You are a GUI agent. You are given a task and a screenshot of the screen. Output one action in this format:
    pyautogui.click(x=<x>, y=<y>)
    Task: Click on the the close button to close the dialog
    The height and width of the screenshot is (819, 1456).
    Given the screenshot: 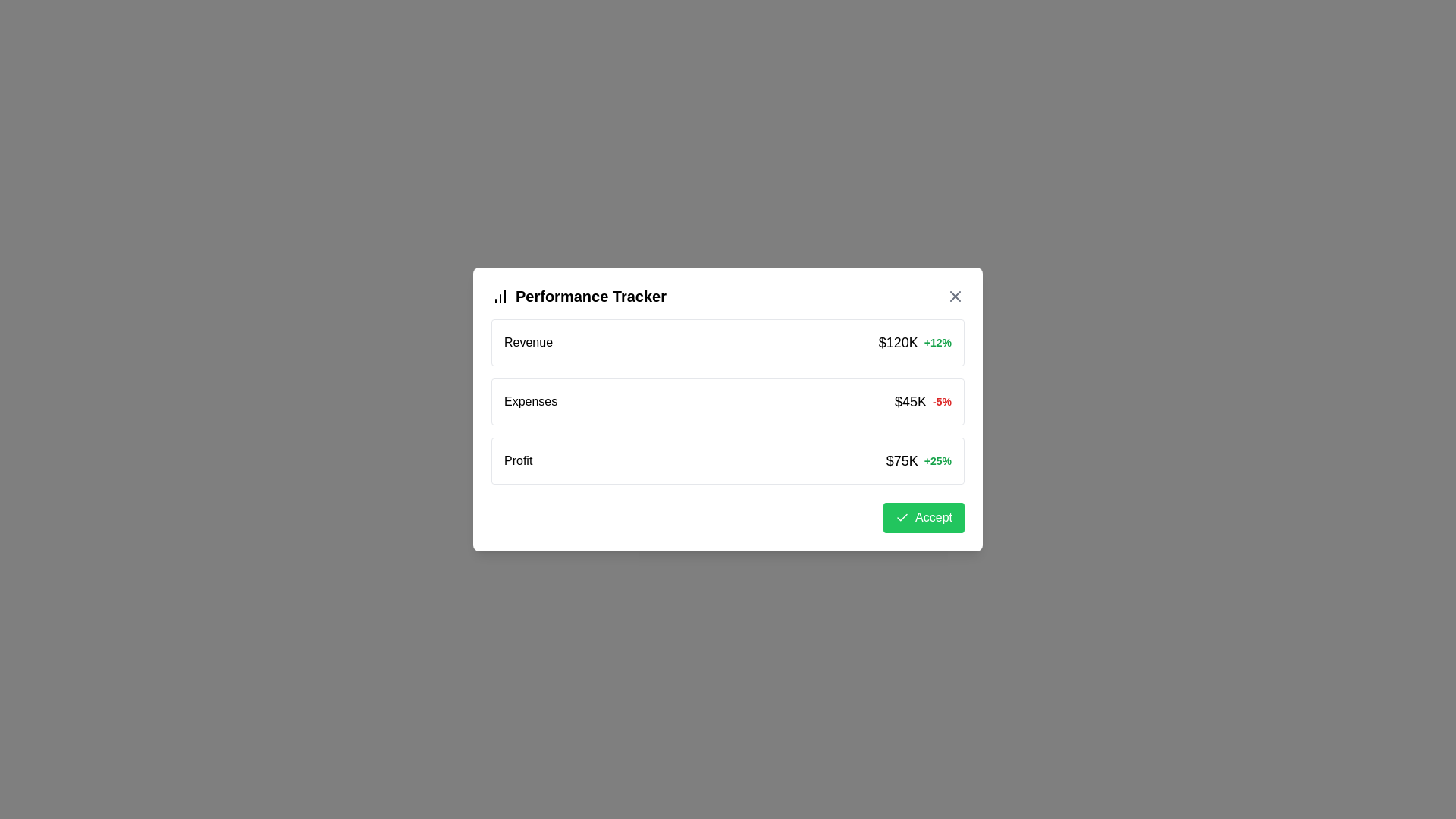 What is the action you would take?
    pyautogui.click(x=954, y=296)
    